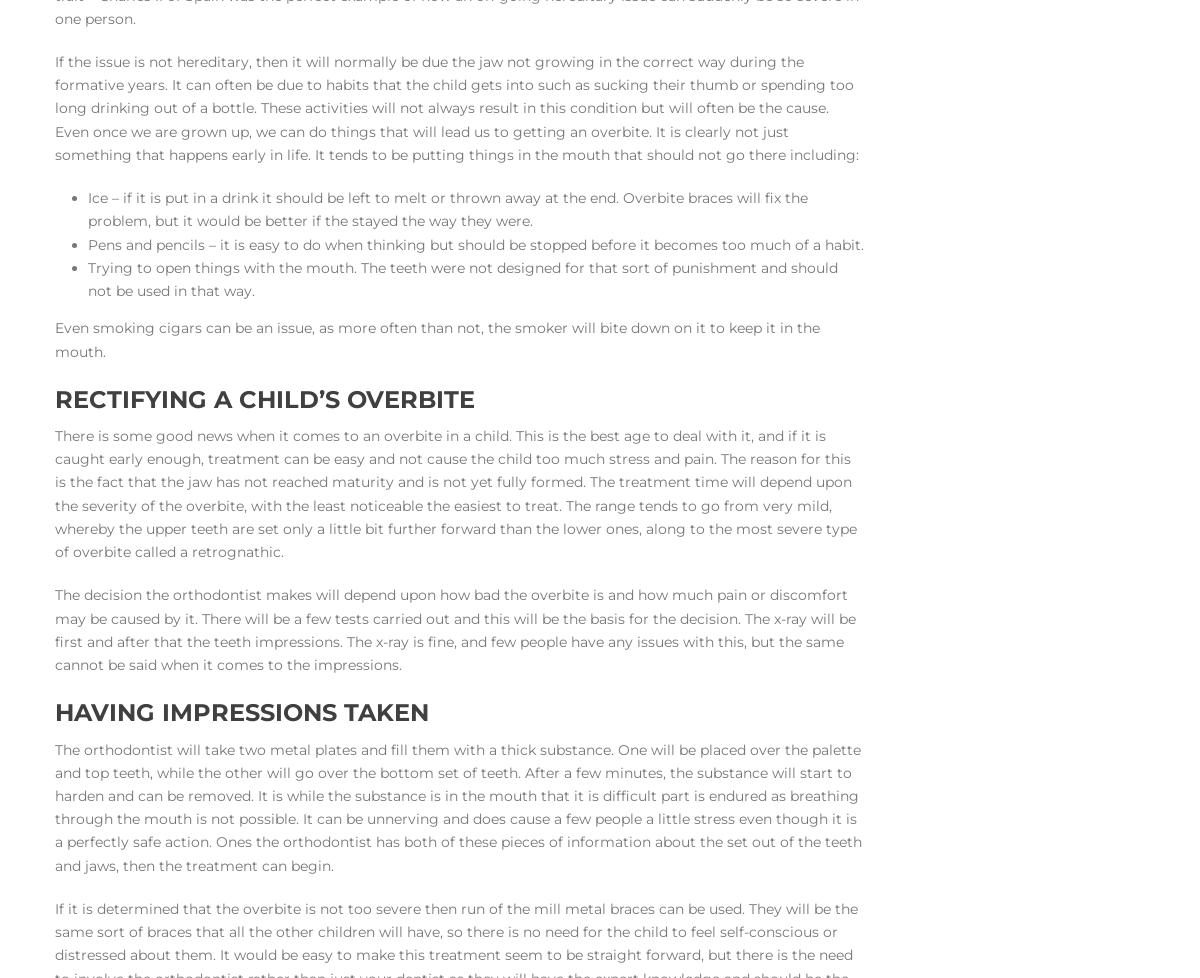 The image size is (1200, 978). Describe the element at coordinates (447, 209) in the screenshot. I see `'Ice – if it is put in a drink it should be left to melt or thrown away at the end. Overbite braces will fix the problem, but it would be better if the stayed the way they were.'` at that location.